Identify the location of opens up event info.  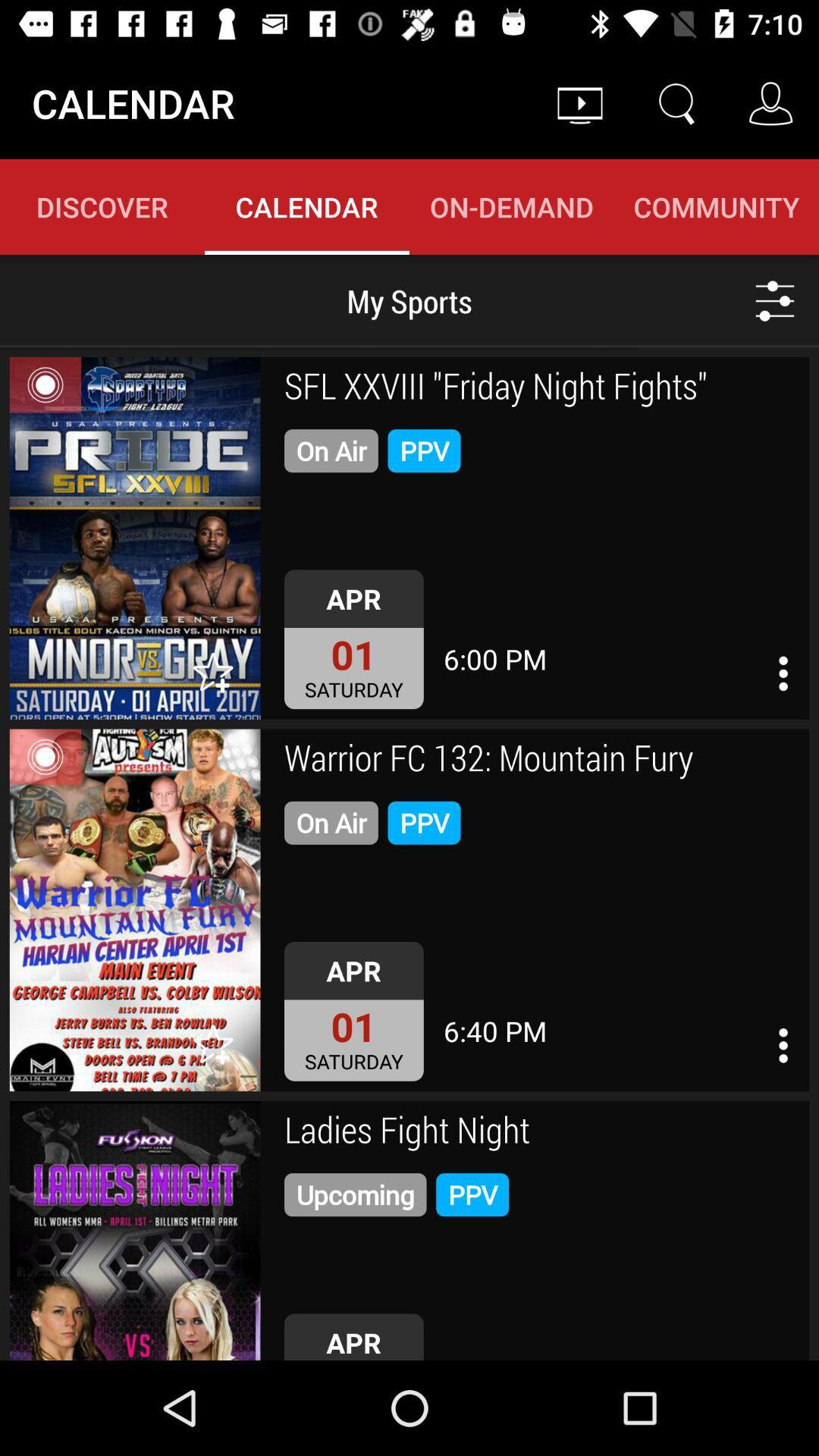
(134, 910).